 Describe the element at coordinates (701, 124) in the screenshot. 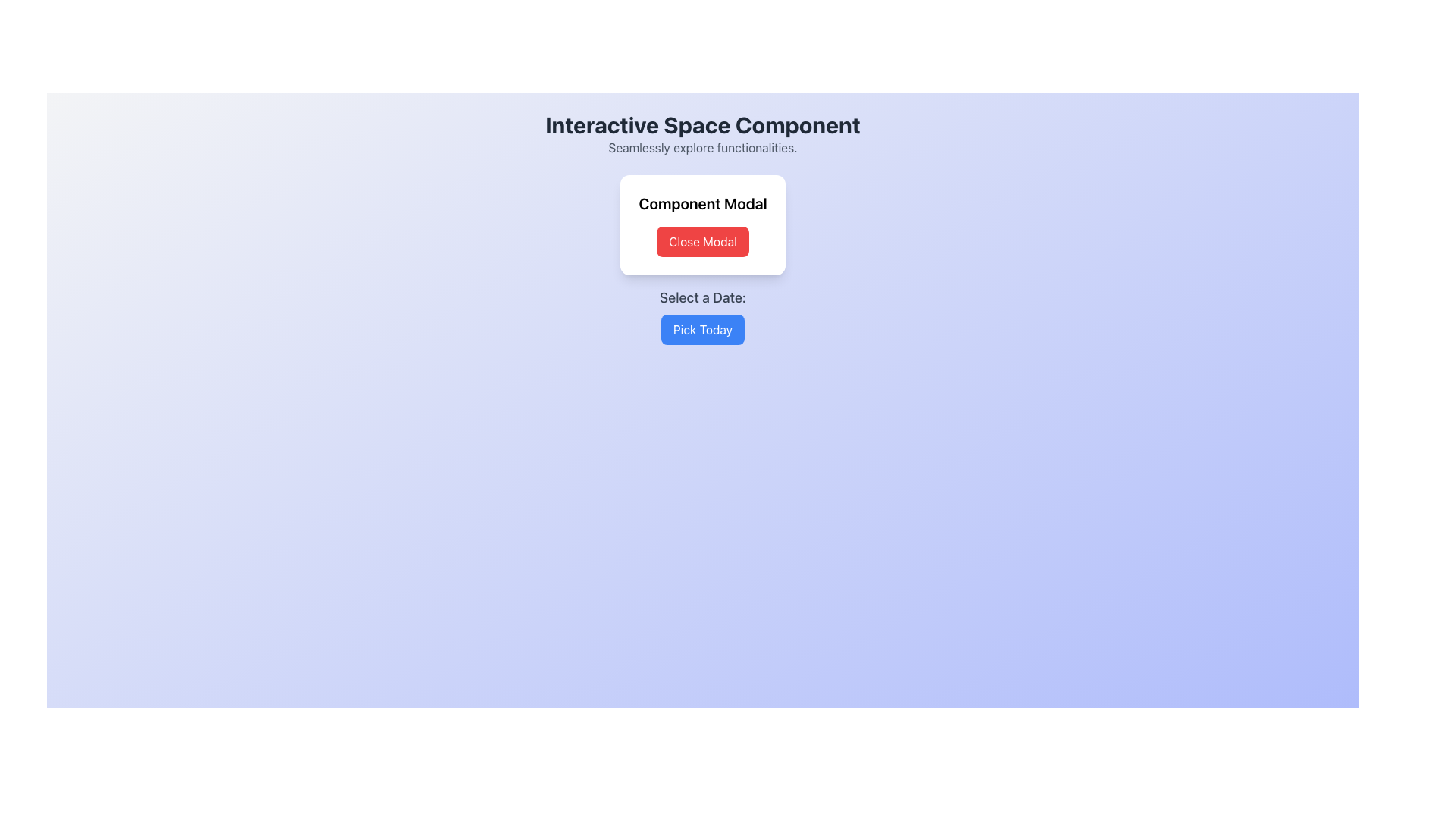

I see `the header text element located at the top-center of the interface` at that location.